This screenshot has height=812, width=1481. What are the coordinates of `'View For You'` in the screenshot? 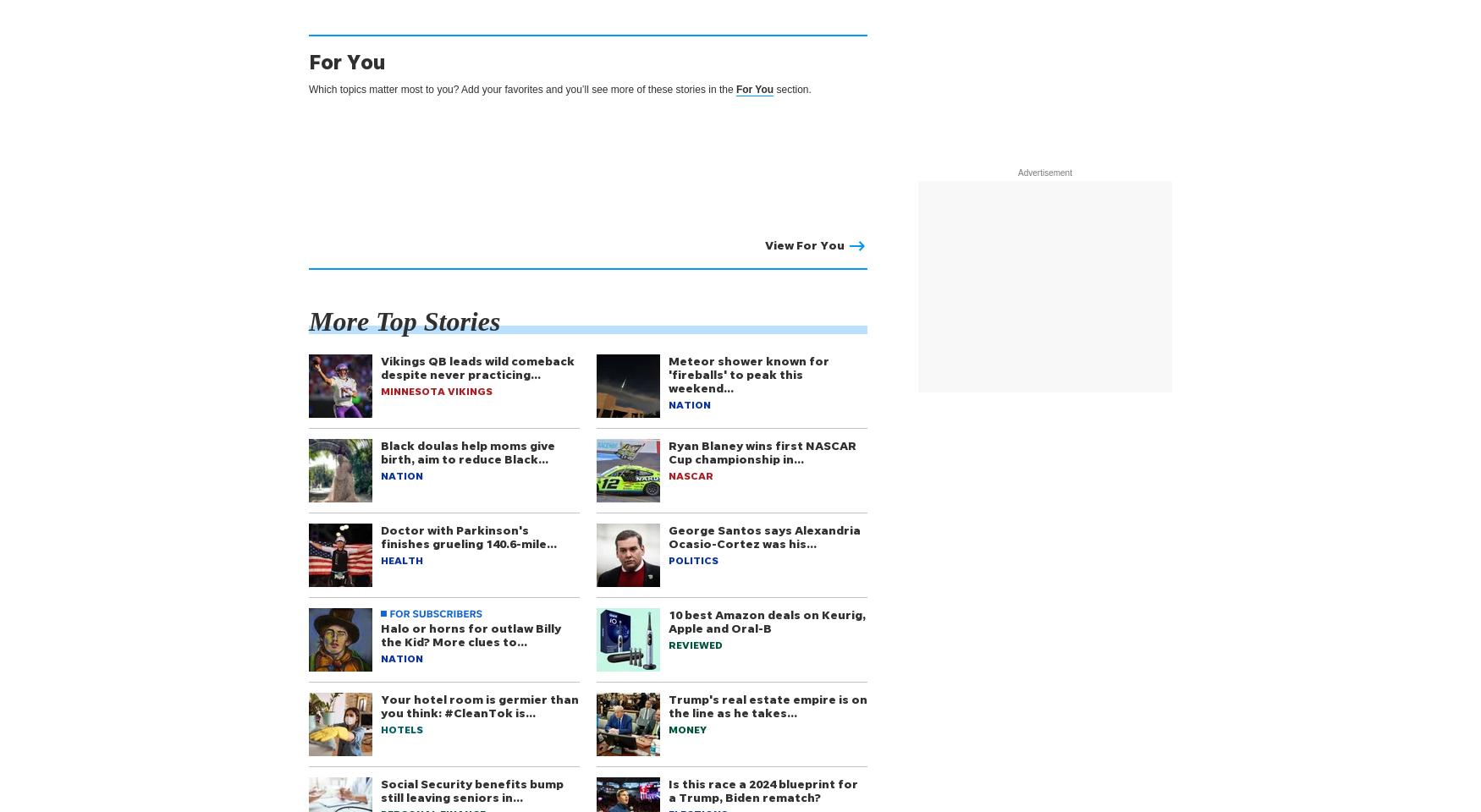 It's located at (804, 244).